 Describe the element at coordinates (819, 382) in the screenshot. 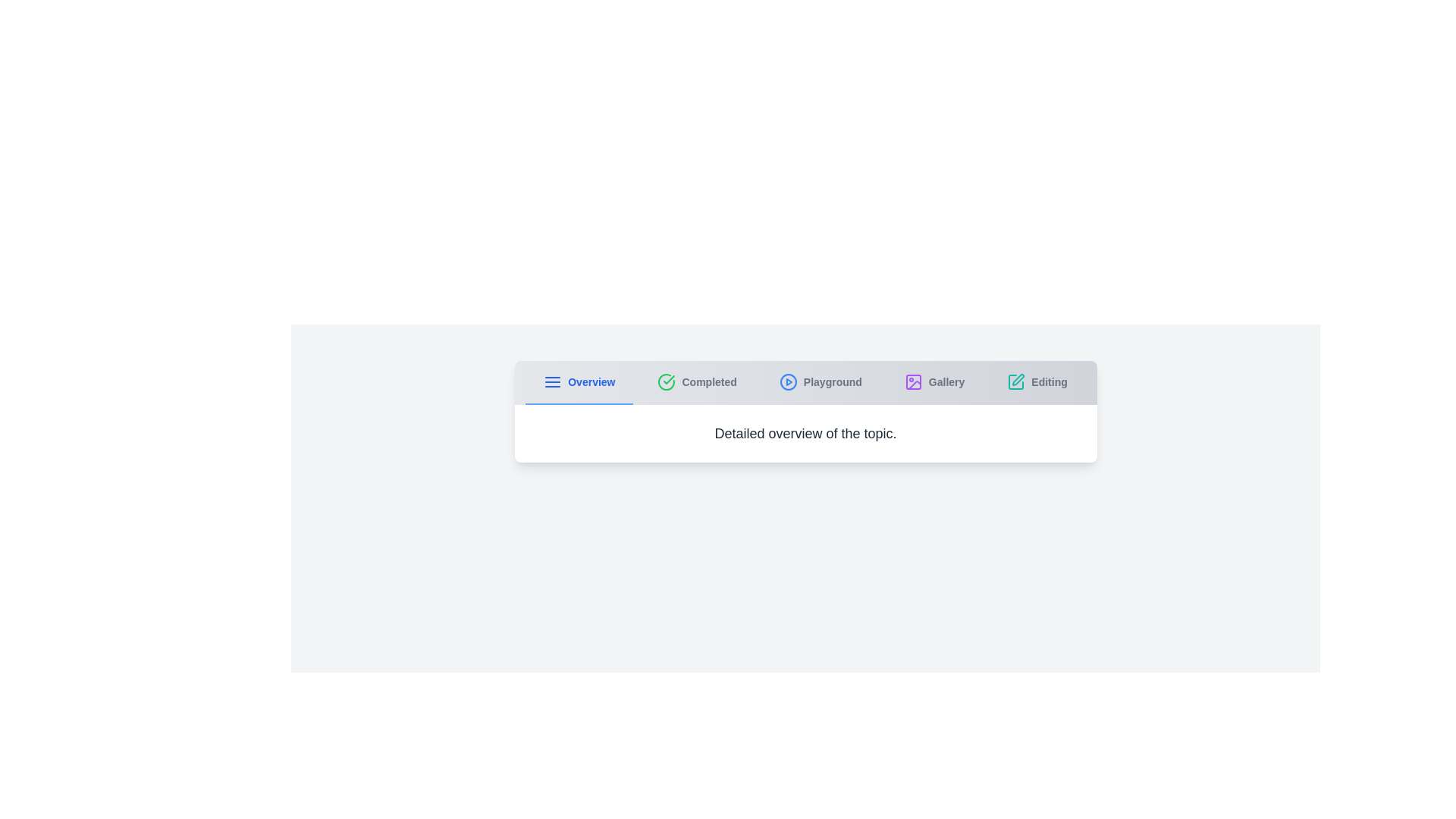

I see `the Playground tab to navigate to its content` at that location.